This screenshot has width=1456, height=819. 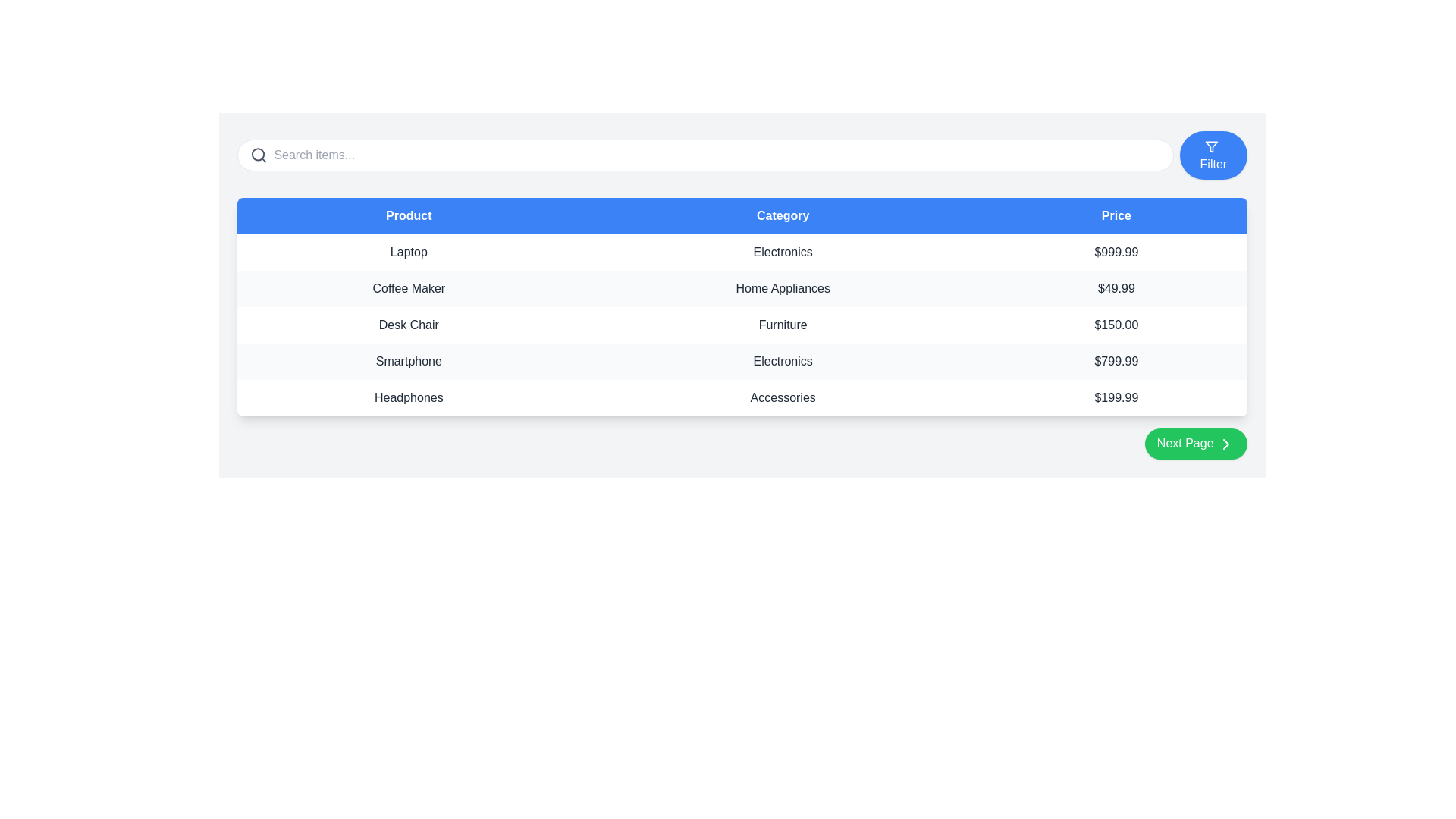 I want to click on the small right-facing chevron arrow icon with a green background located at the right end of the 'Next Page' button, so click(x=1226, y=444).